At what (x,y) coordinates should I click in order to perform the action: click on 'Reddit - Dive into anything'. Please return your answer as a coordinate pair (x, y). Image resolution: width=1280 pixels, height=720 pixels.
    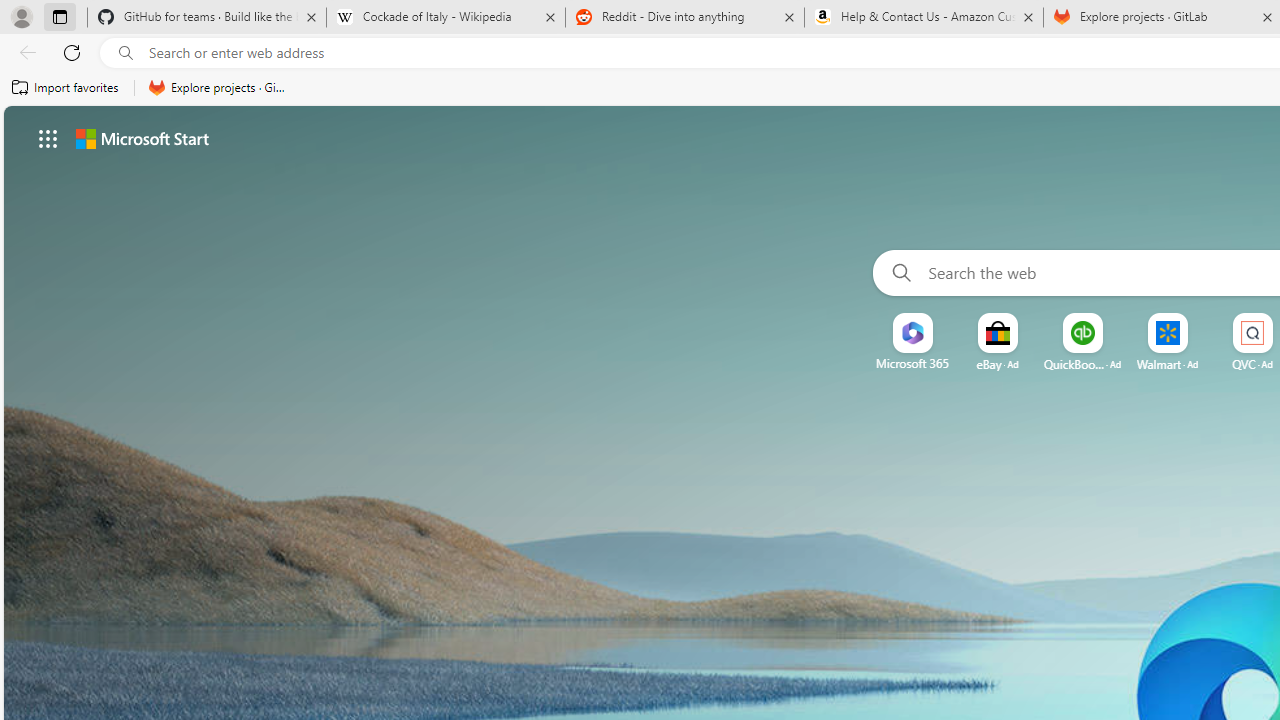
    Looking at the image, I should click on (684, 17).